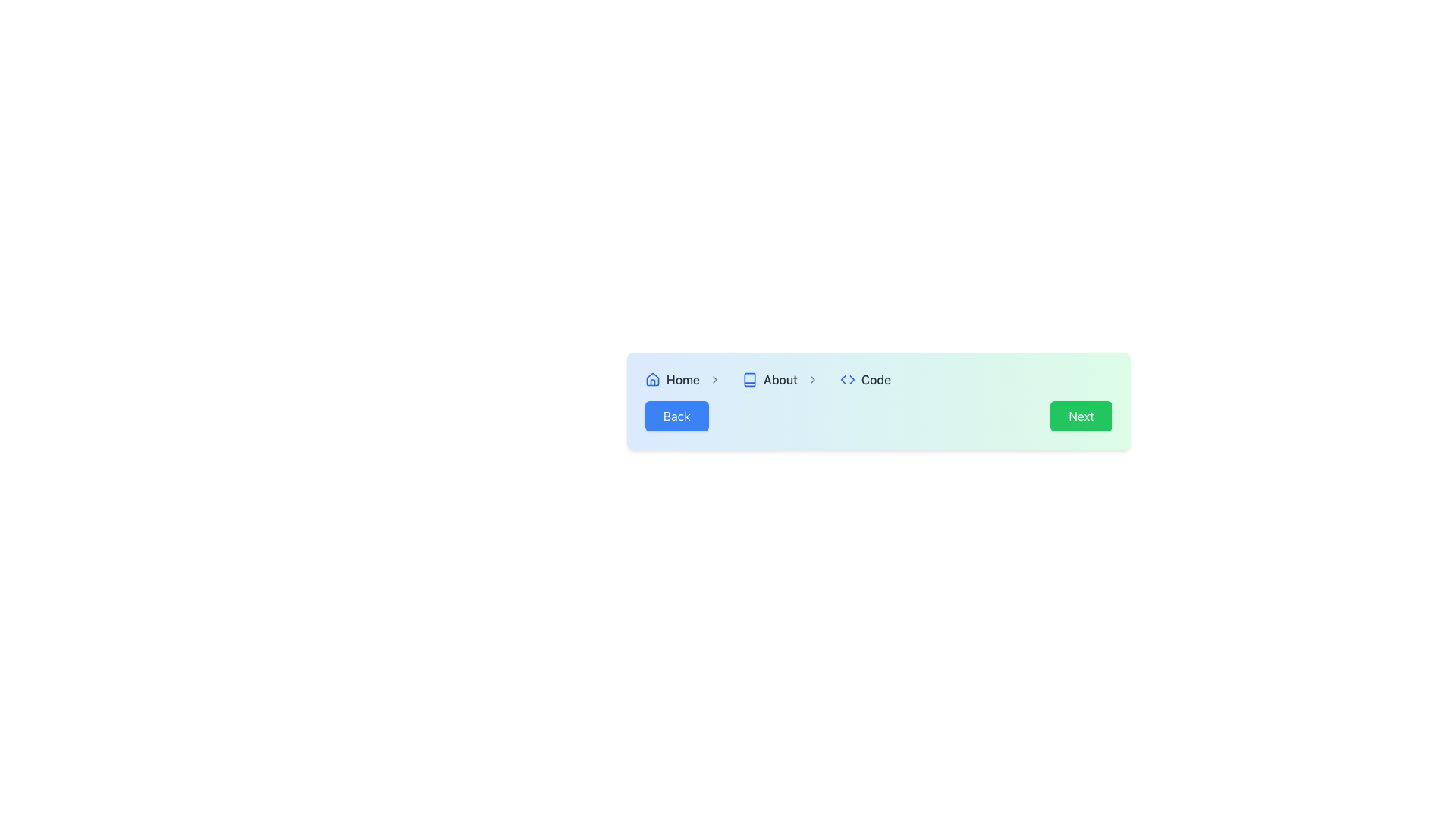 The image size is (1456, 819). Describe the element at coordinates (785, 379) in the screenshot. I see `the 'About' navigation link in the breadcrumb navigation bar` at that location.